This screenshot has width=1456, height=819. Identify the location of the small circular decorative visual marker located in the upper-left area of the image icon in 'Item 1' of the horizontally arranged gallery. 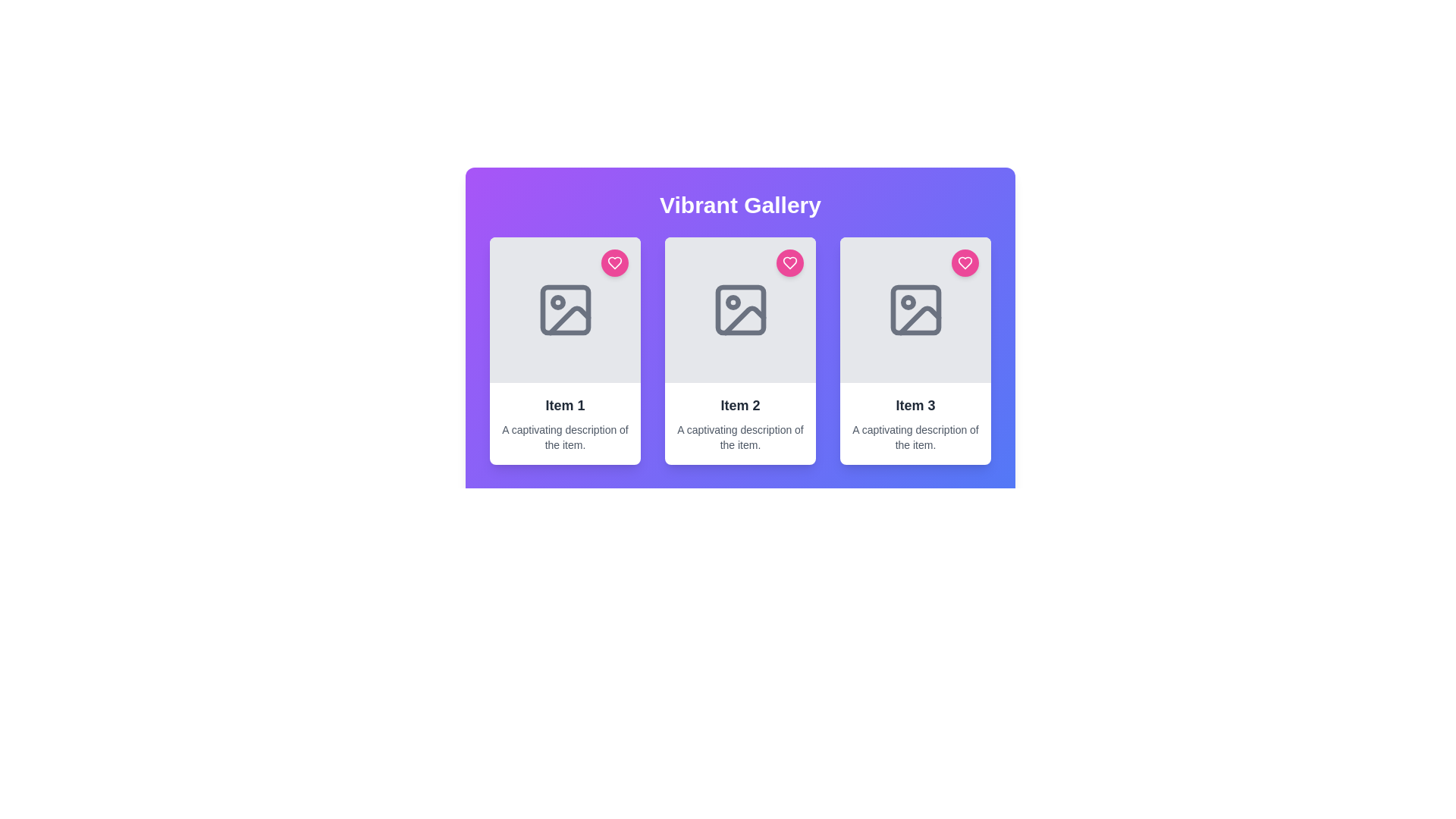
(557, 302).